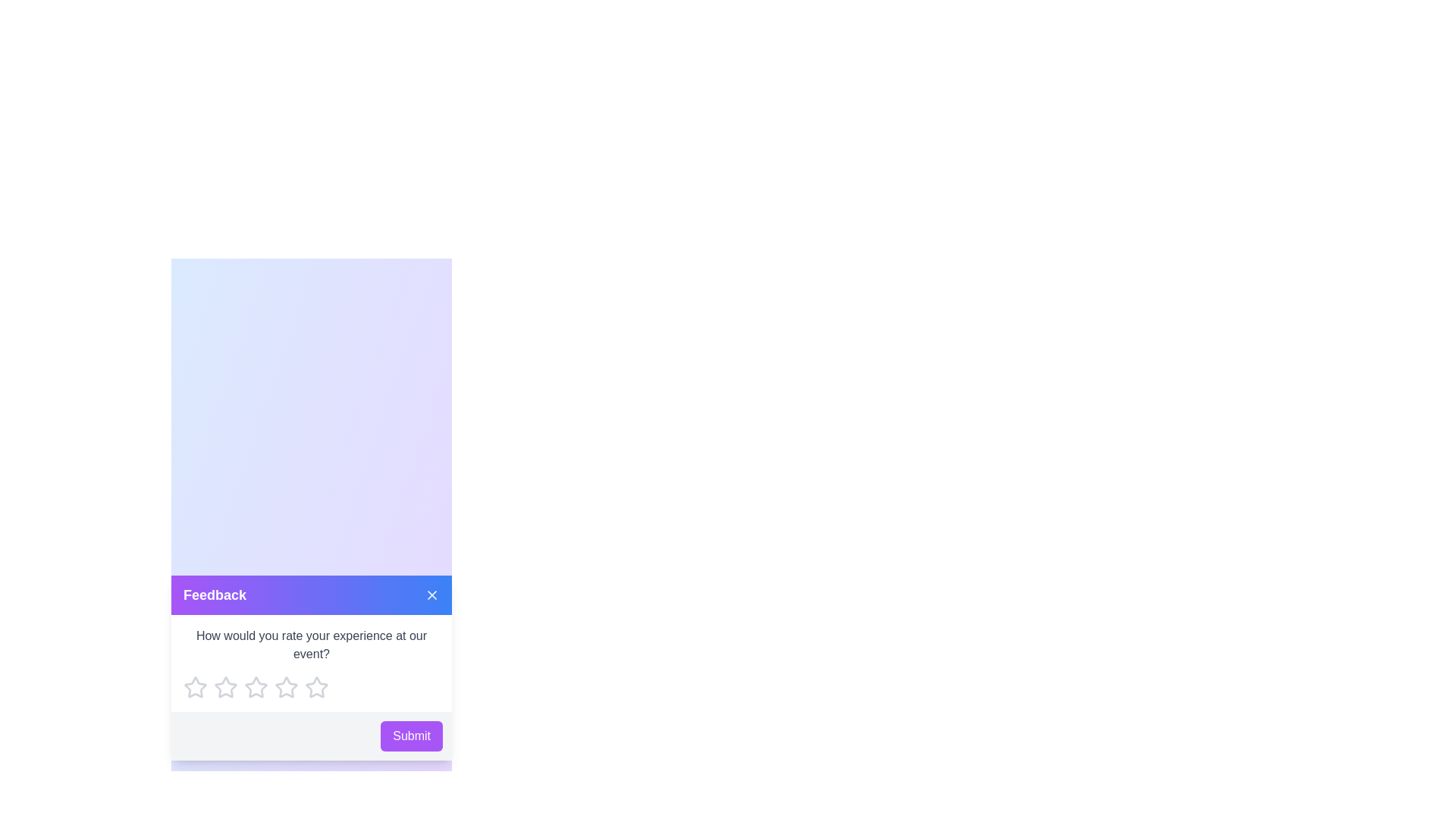 The height and width of the screenshot is (819, 1456). Describe the element at coordinates (256, 687) in the screenshot. I see `the second star in the horizontal arrangement of five stars` at that location.